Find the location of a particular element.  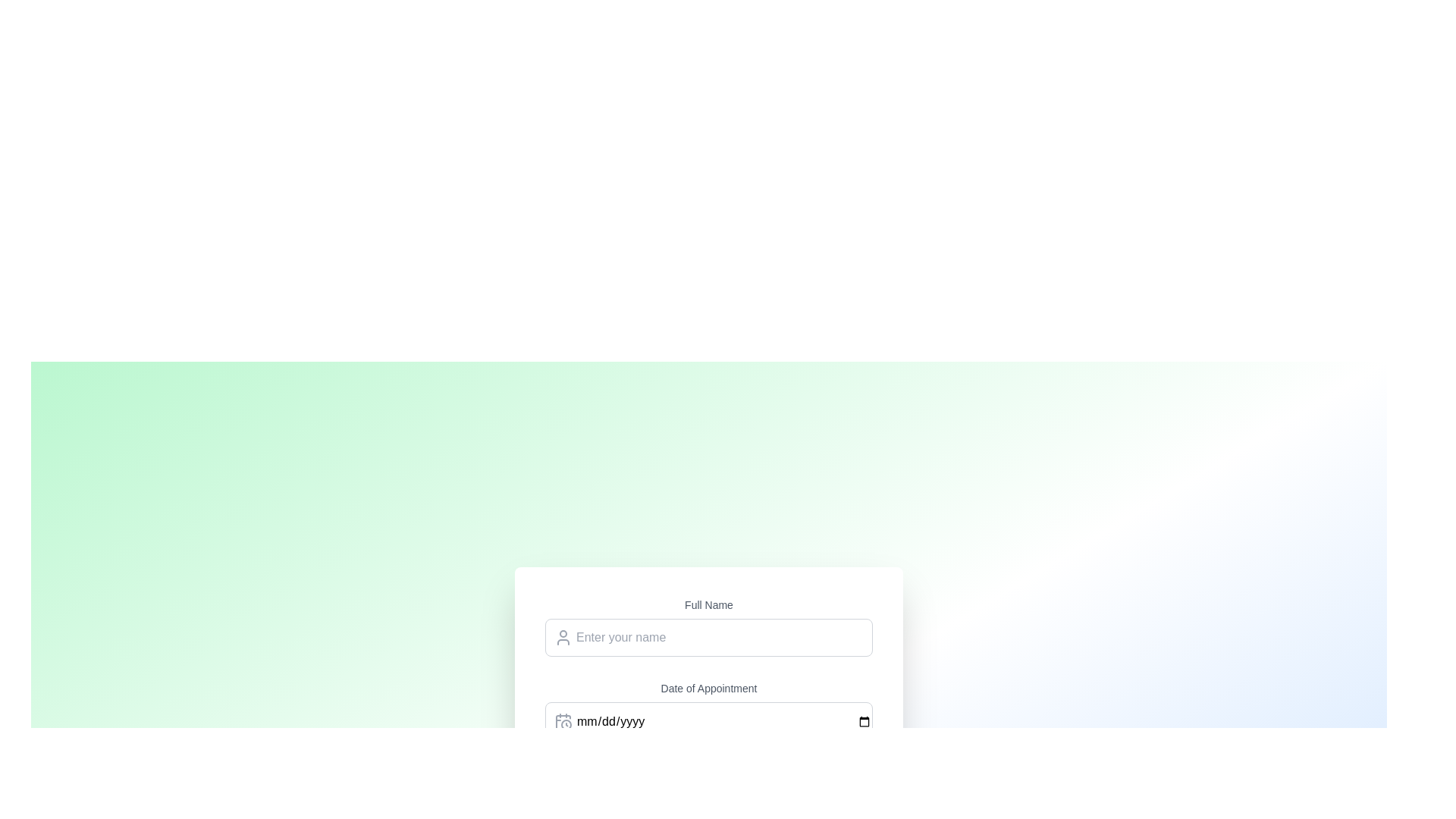

the calendar icon with a clock overlay, located inside the 'Date of Appointment' input field is located at coordinates (563, 720).